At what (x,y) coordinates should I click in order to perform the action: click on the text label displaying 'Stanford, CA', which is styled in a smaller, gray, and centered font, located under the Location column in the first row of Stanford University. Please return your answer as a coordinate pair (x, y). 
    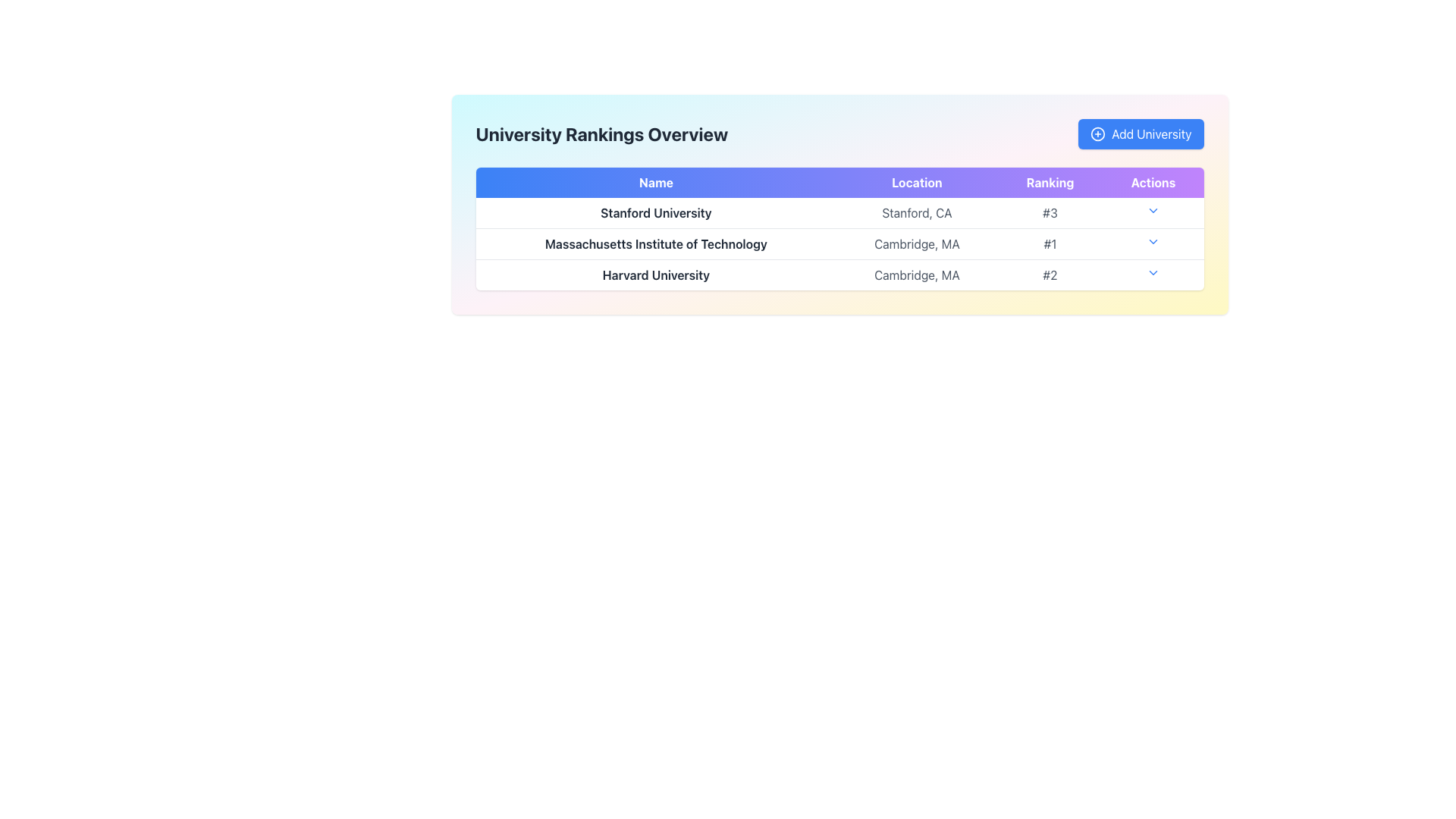
    Looking at the image, I should click on (916, 213).